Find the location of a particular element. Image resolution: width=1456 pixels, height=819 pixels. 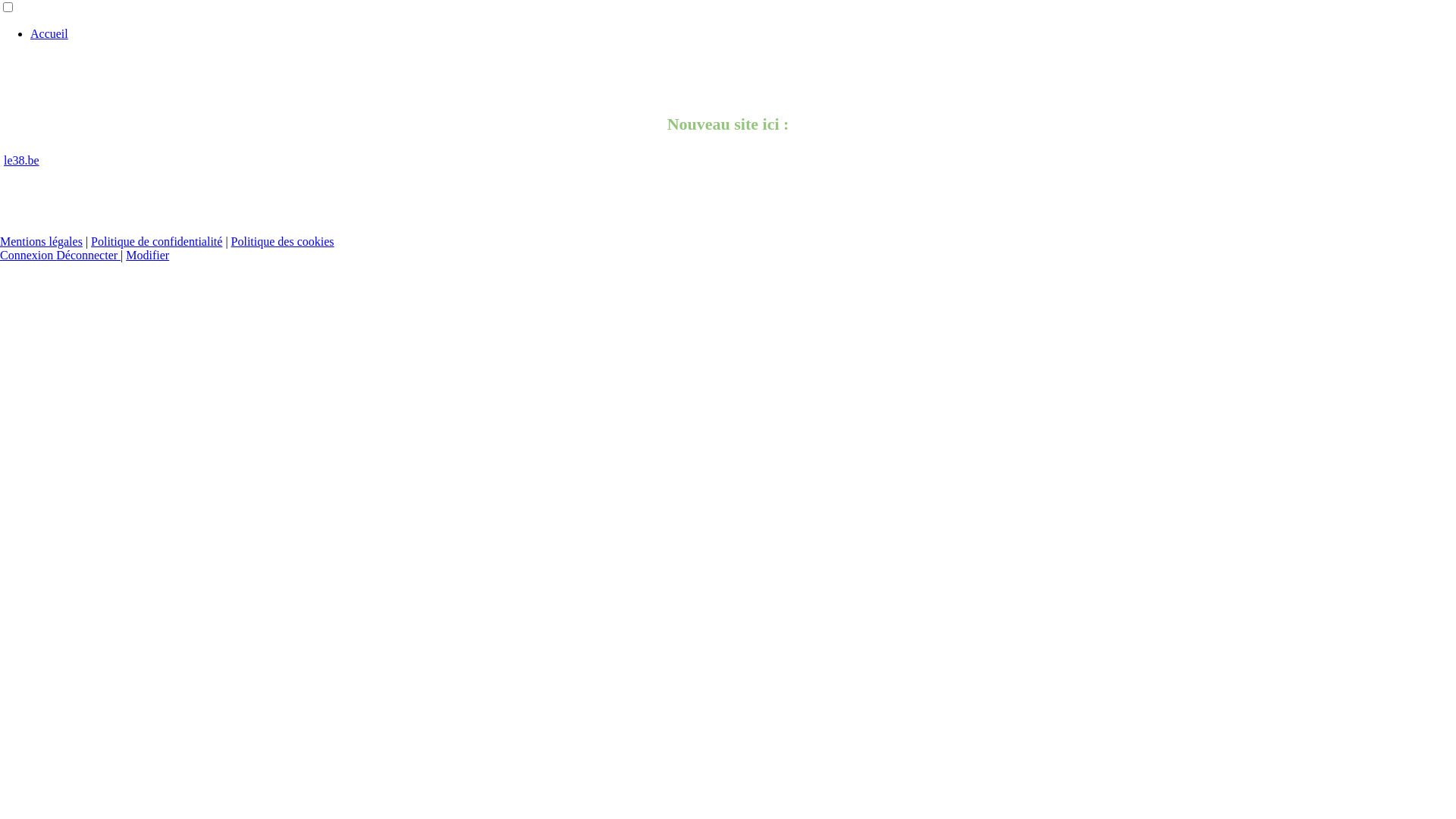

'Politique des cookies' is located at coordinates (283, 240).